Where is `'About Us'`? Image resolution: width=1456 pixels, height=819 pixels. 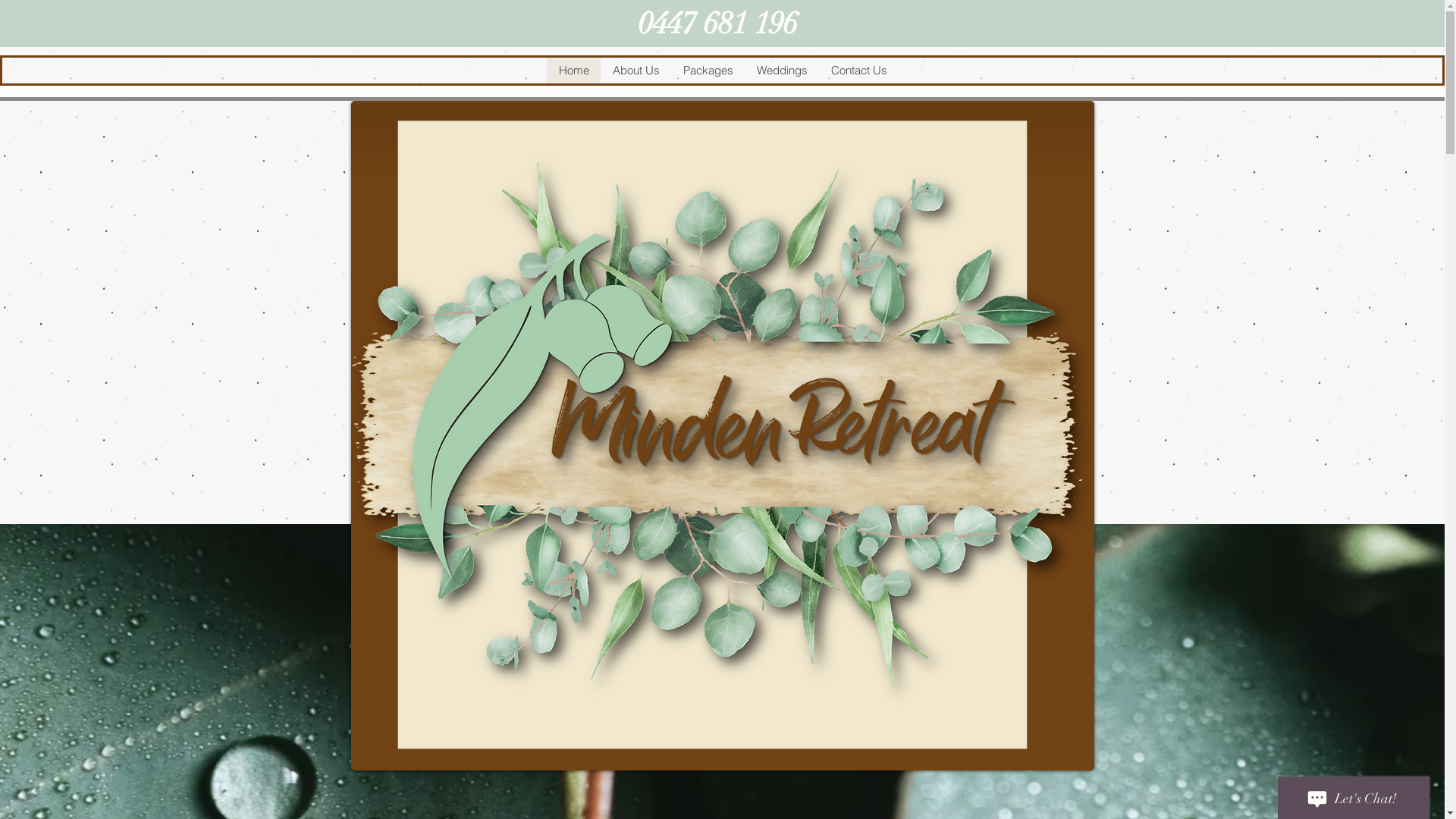
'About Us' is located at coordinates (635, 70).